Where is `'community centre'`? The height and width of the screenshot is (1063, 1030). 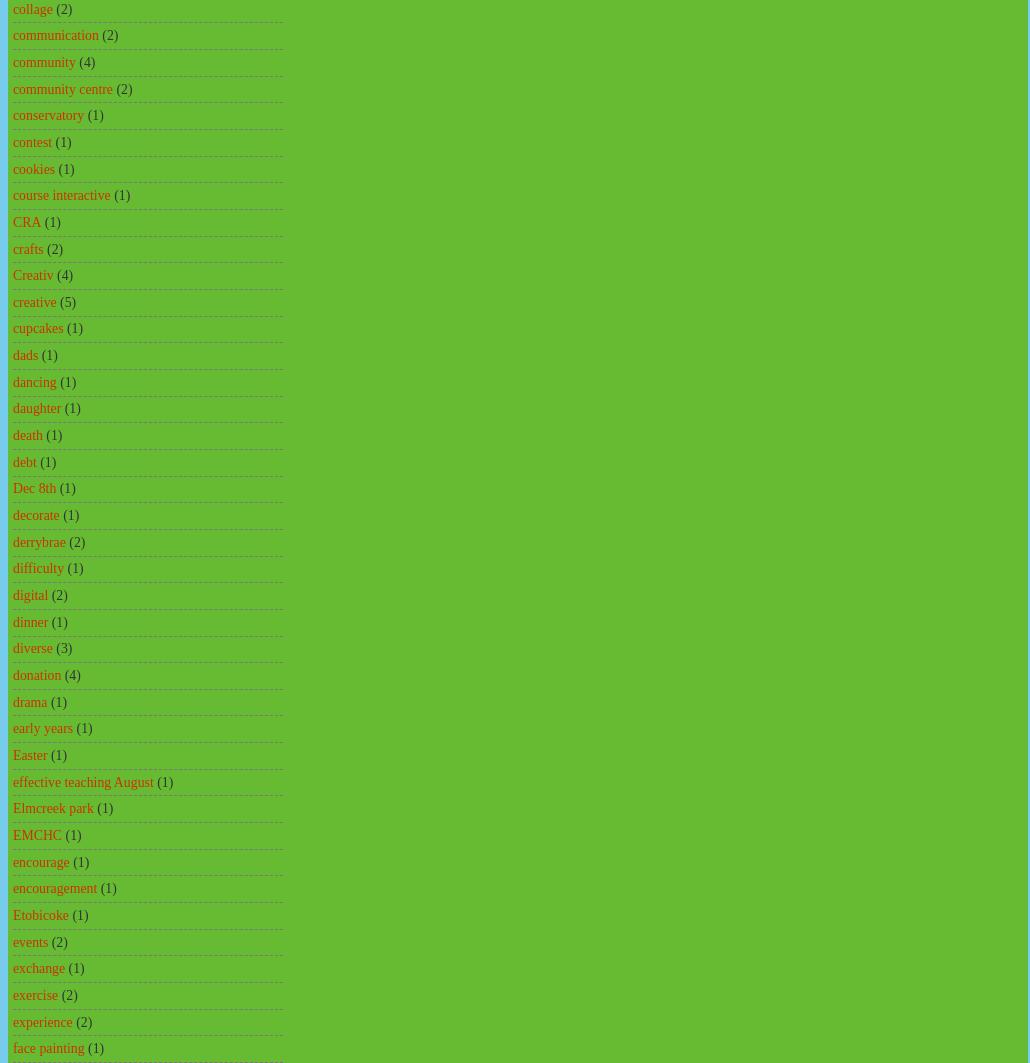 'community centre' is located at coordinates (63, 88).